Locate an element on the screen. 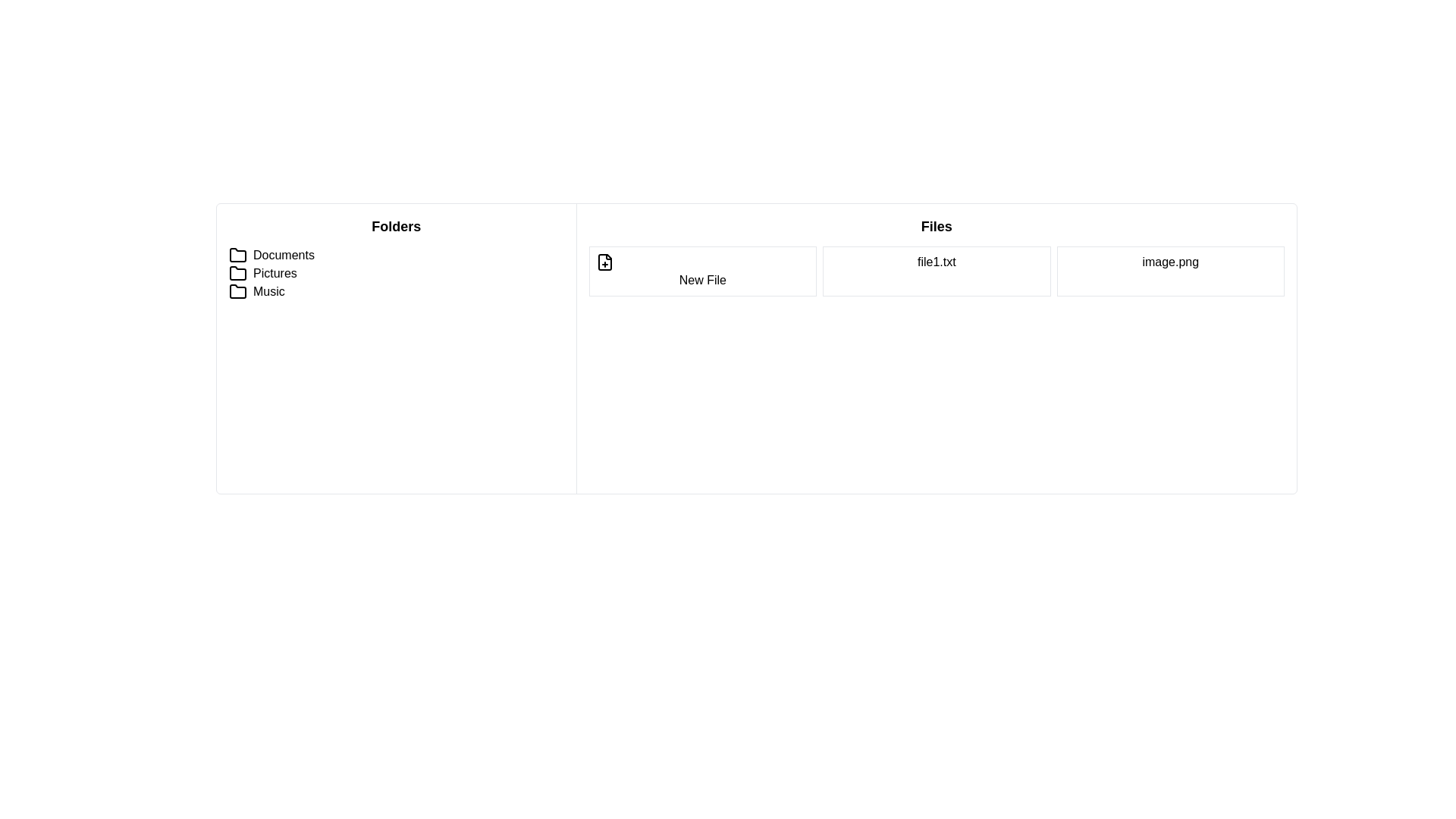 The width and height of the screenshot is (1456, 819). the 'Pictures' folder icon, which is the second entry in the vertical list of folders titled 'Folders' is located at coordinates (237, 271).